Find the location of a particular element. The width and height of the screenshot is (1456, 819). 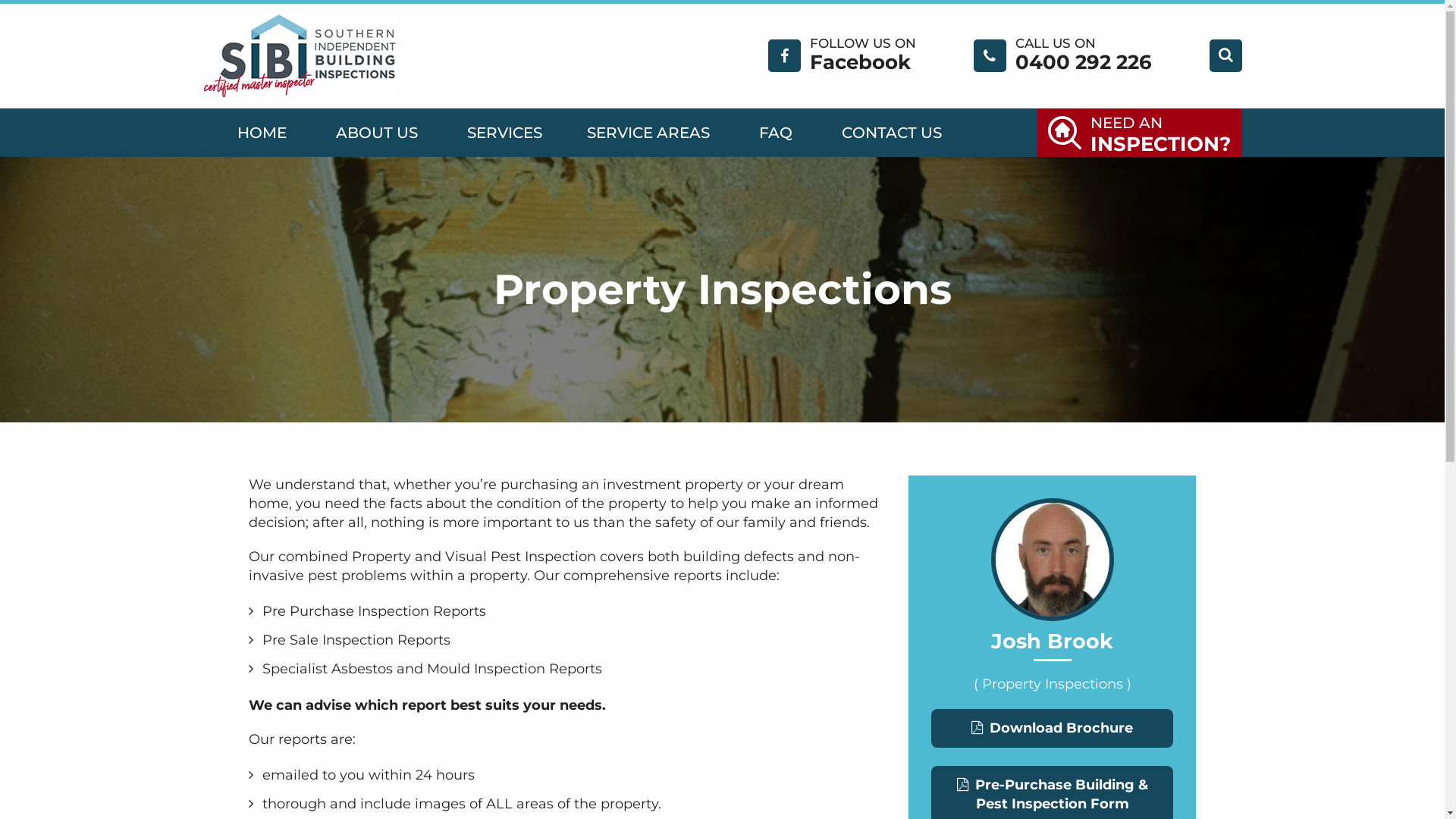

'Facebook' is located at coordinates (860, 61).